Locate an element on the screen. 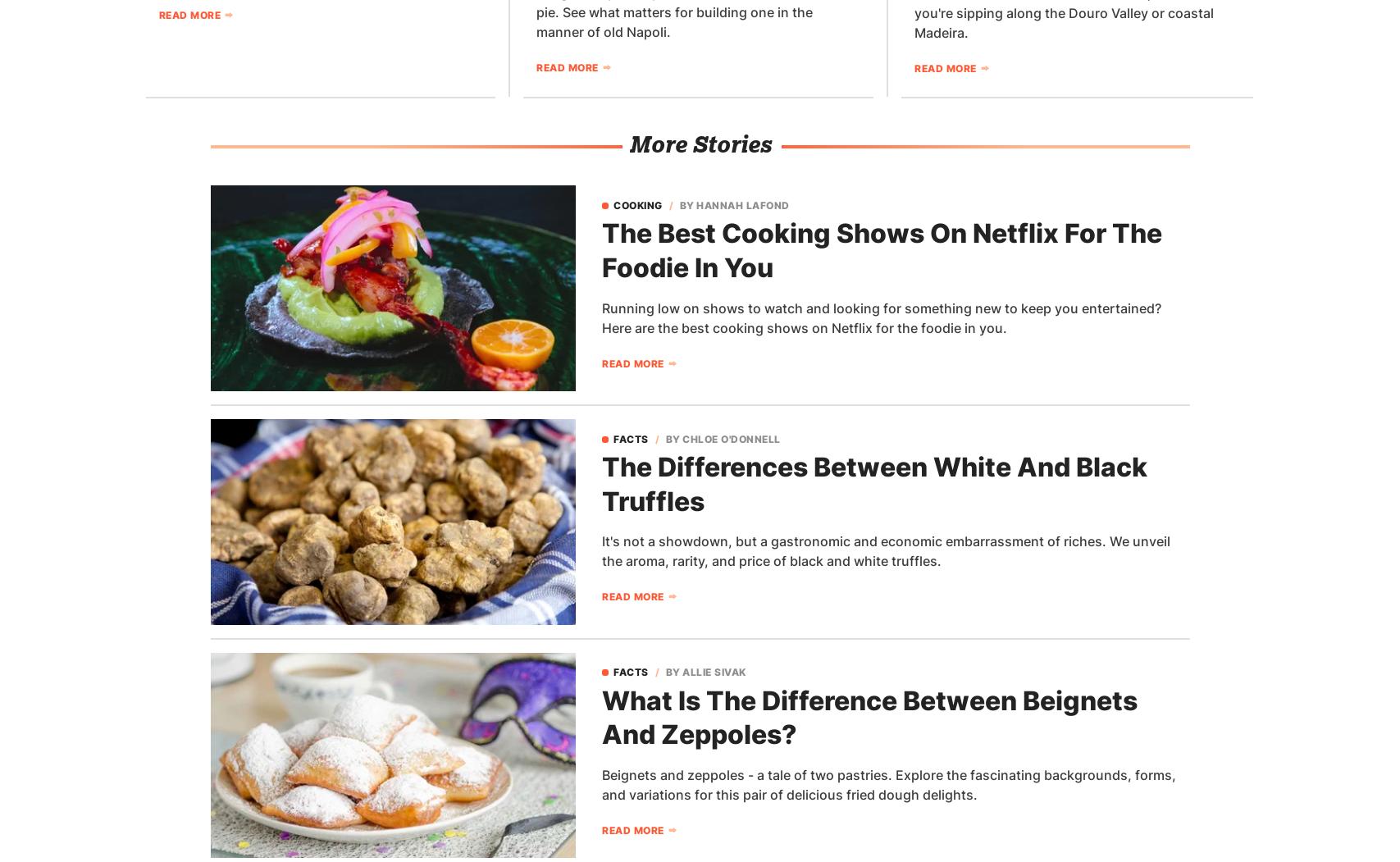 The image size is (1400, 862). 'Chloe O'Donnell' is located at coordinates (682, 437).